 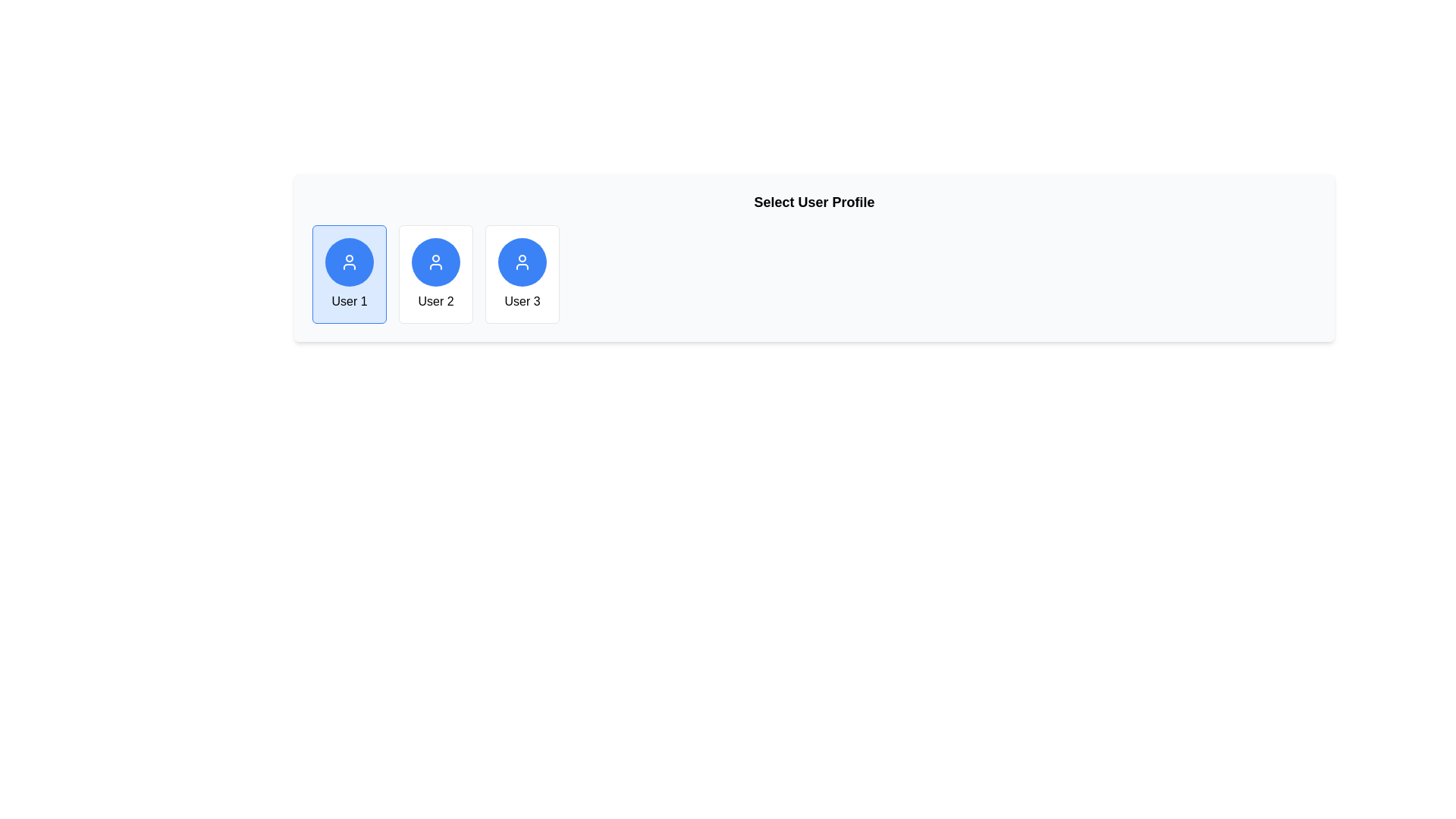 I want to click on the 'User 2' profile icon, which is the second circular icon in a horizontal list of three icons, located above the label 'User 2', so click(x=435, y=262).